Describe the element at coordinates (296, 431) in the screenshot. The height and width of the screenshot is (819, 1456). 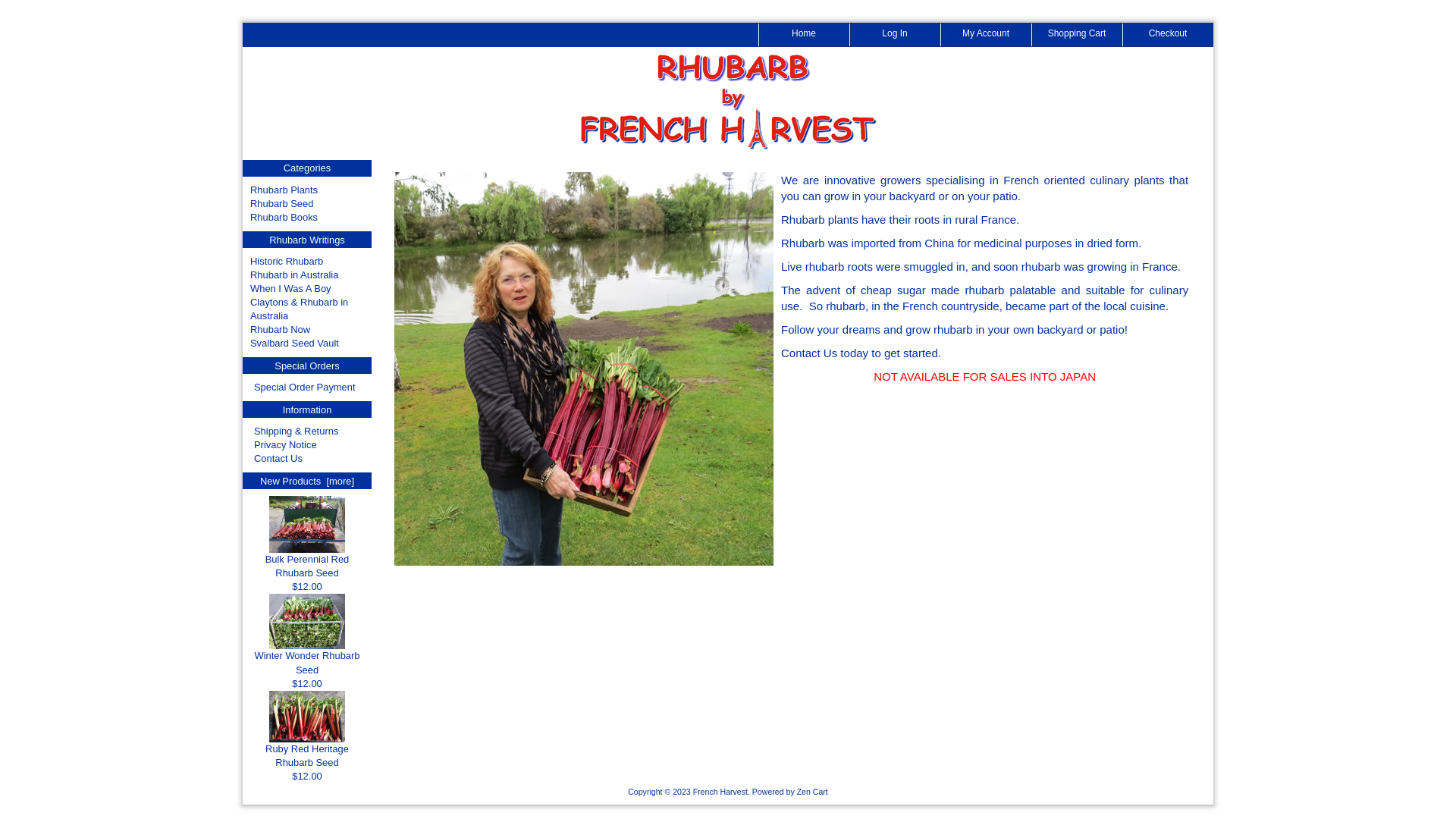
I see `'Shipping & Returns'` at that location.